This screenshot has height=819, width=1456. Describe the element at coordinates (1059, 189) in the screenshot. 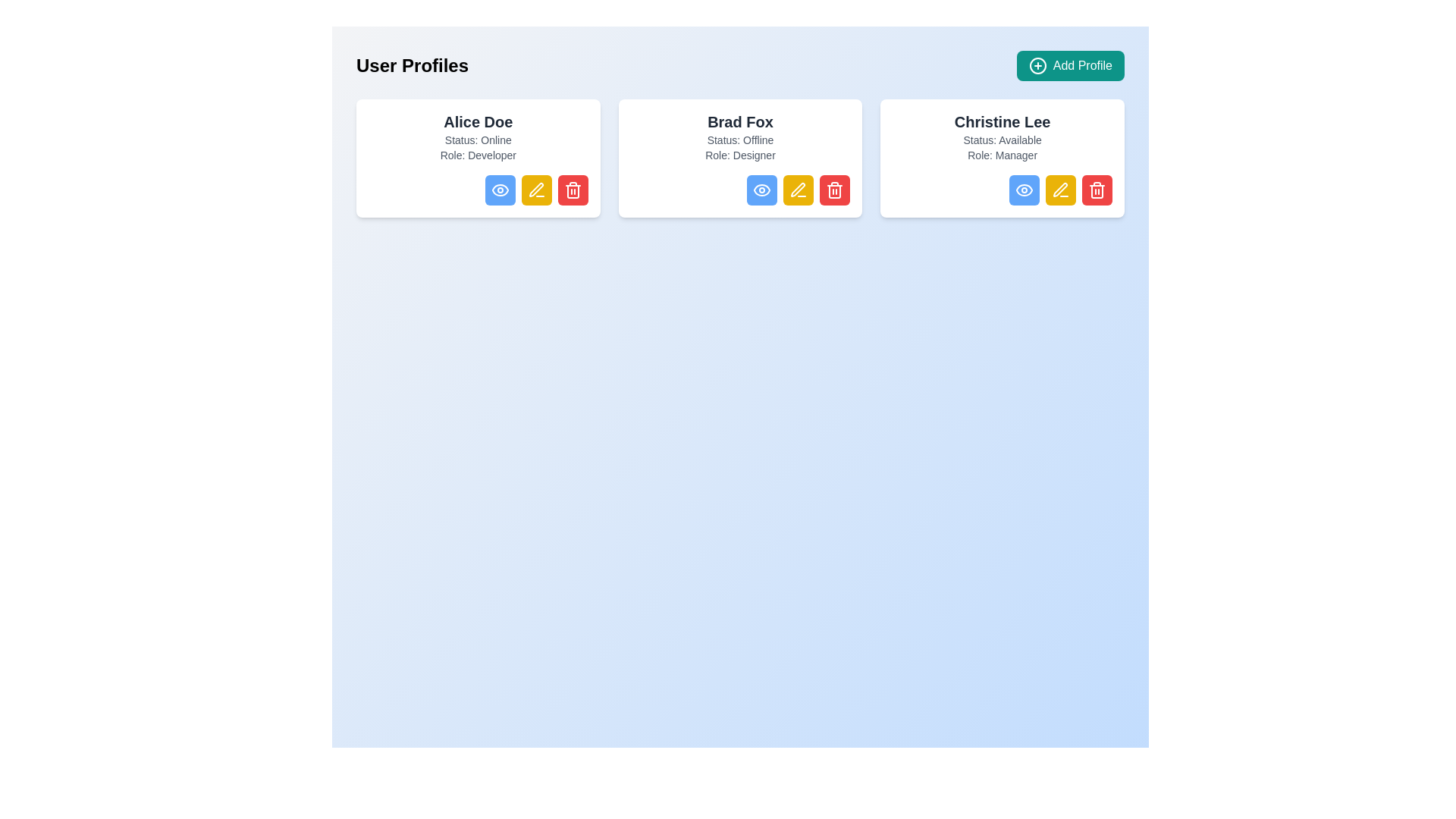

I see `the edit button represented by a yellow pen icon located in the User Profiles section for 'Christine Lee'` at that location.